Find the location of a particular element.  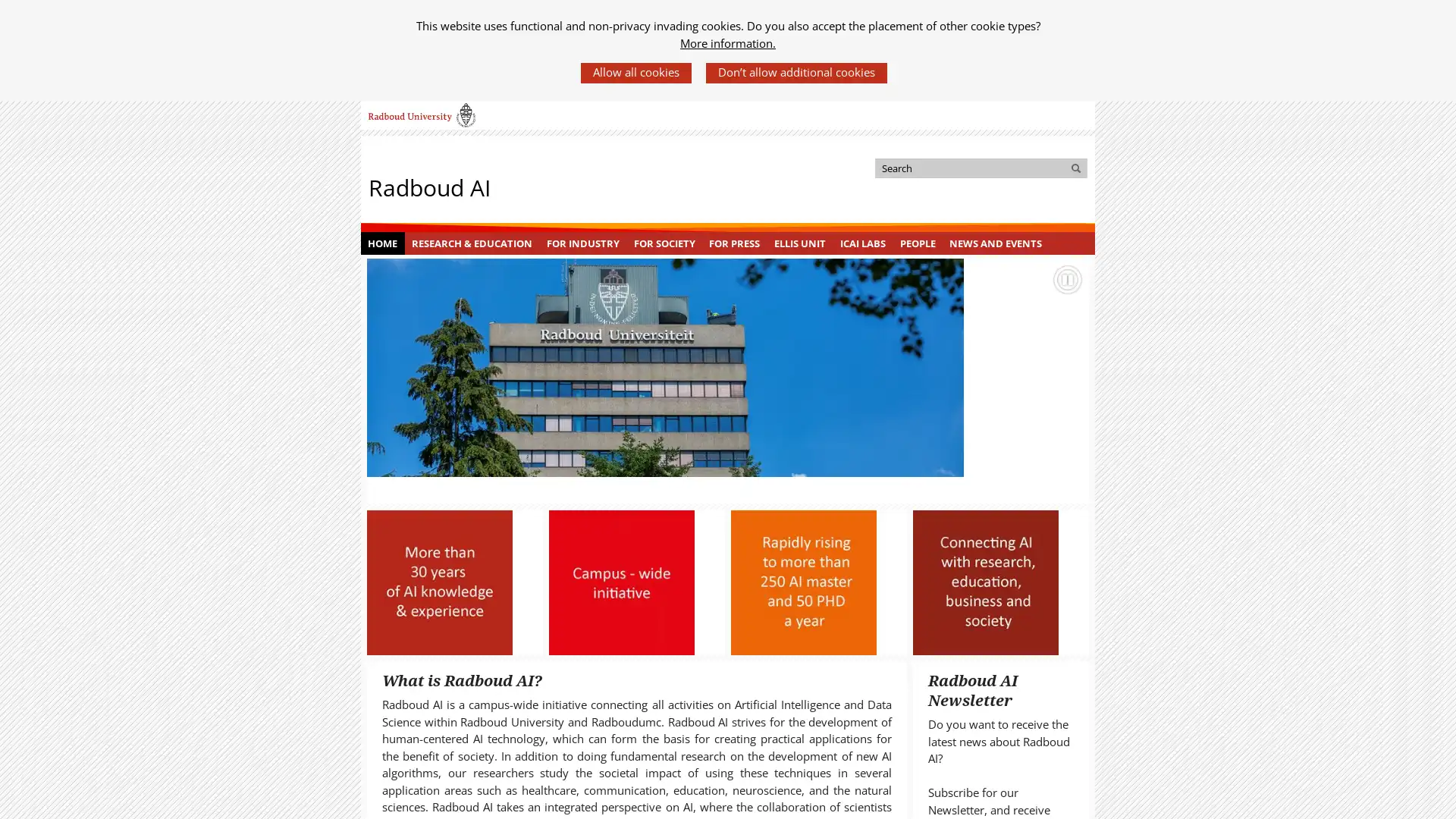

Pauzeer is located at coordinates (1066, 278).